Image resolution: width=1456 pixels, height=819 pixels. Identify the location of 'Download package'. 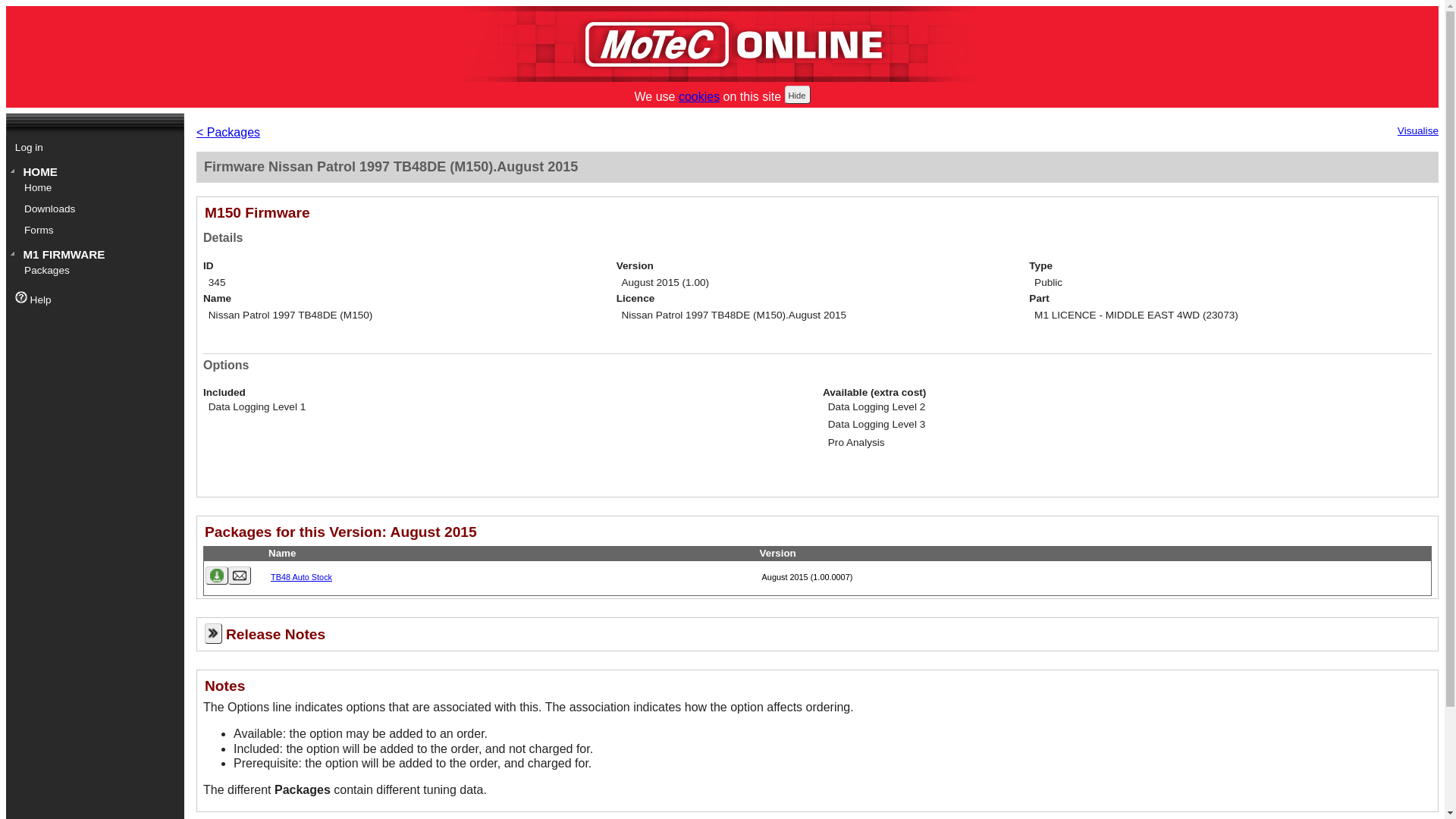
(216, 576).